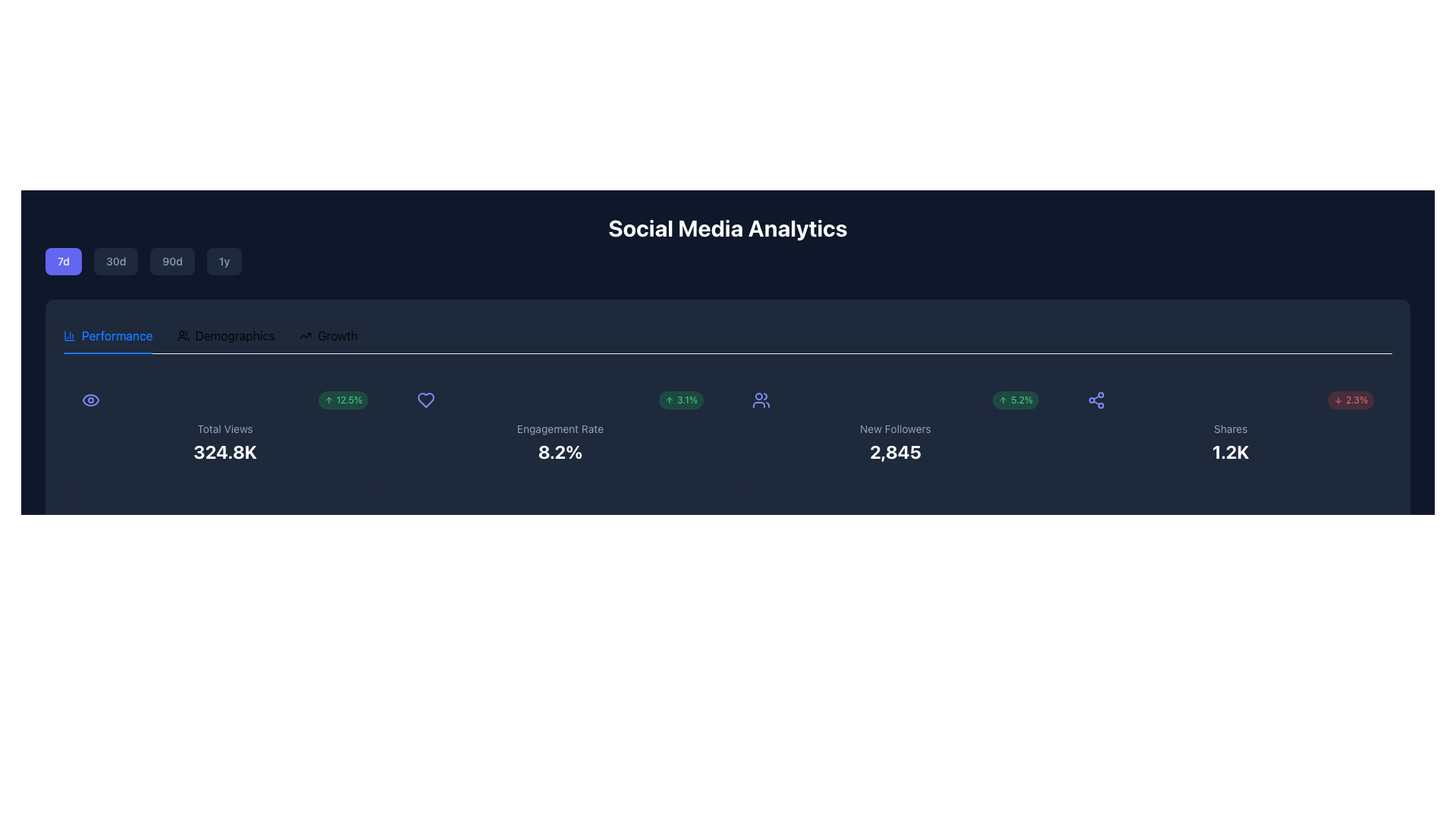  I want to click on the Text Label that serves as the title or heading of the dashboard section, which contextualizes content related to social media analytics, so click(728, 244).